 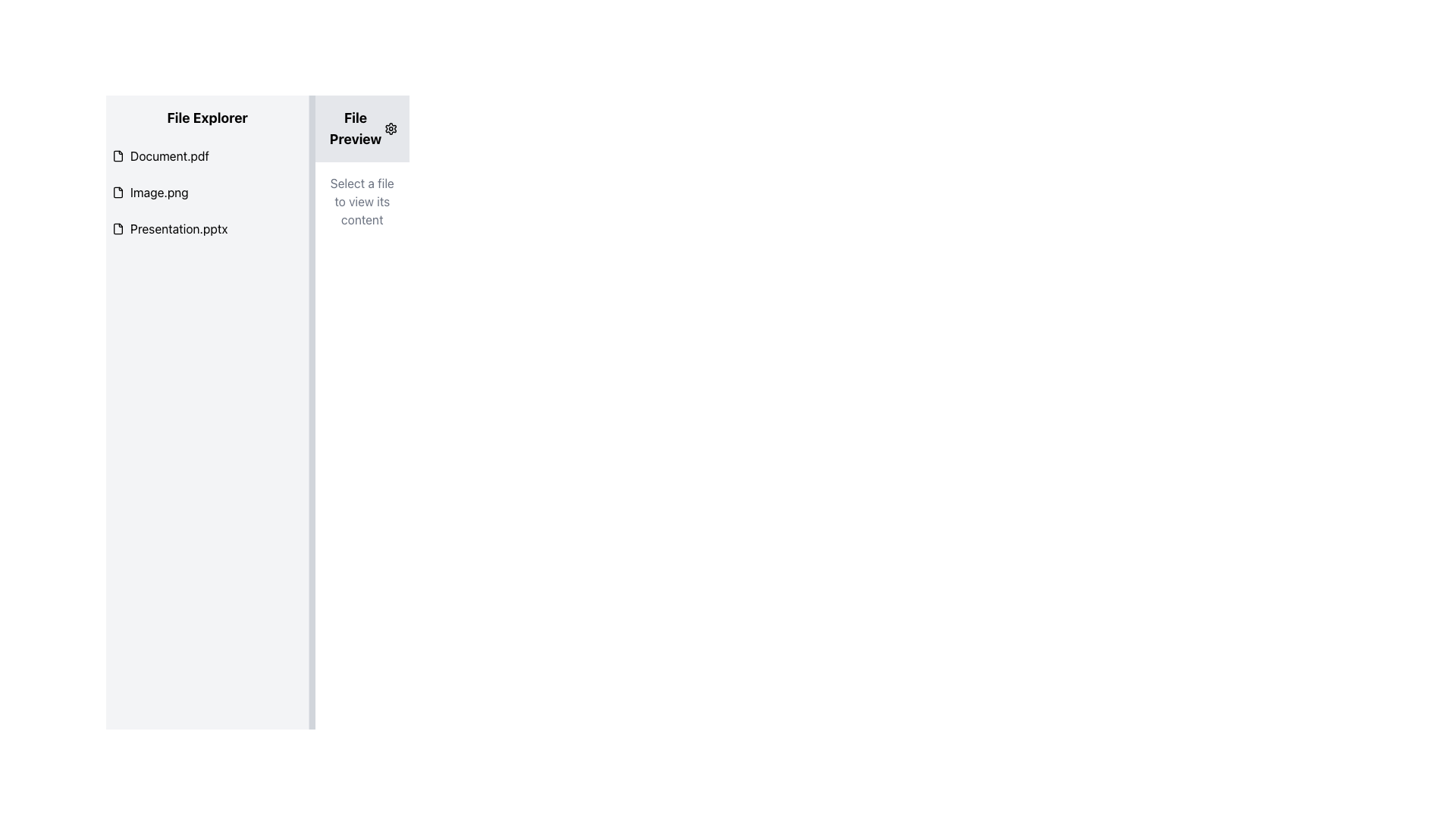 I want to click on the list item labeled 'Image.png' in the file explorer, so click(x=206, y=192).